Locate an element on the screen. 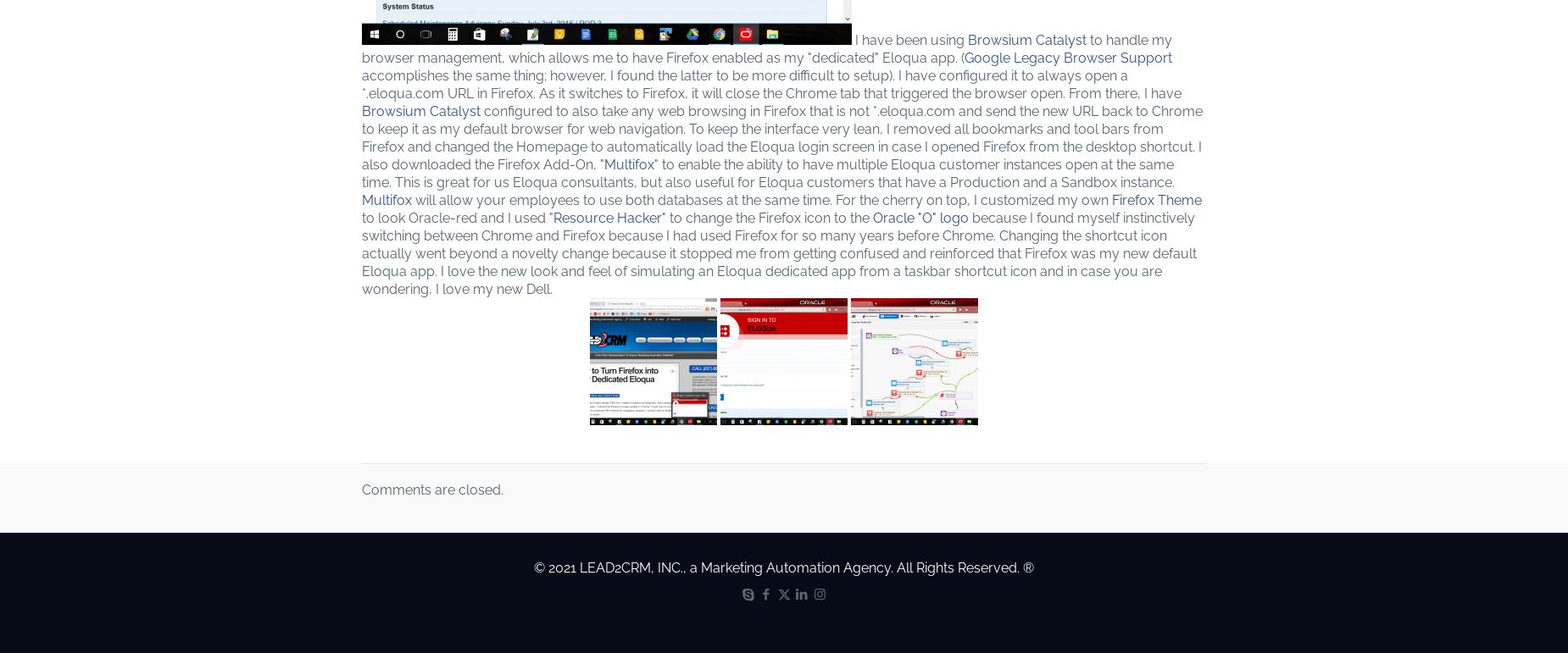  'Resource Hacker' is located at coordinates (608, 217).